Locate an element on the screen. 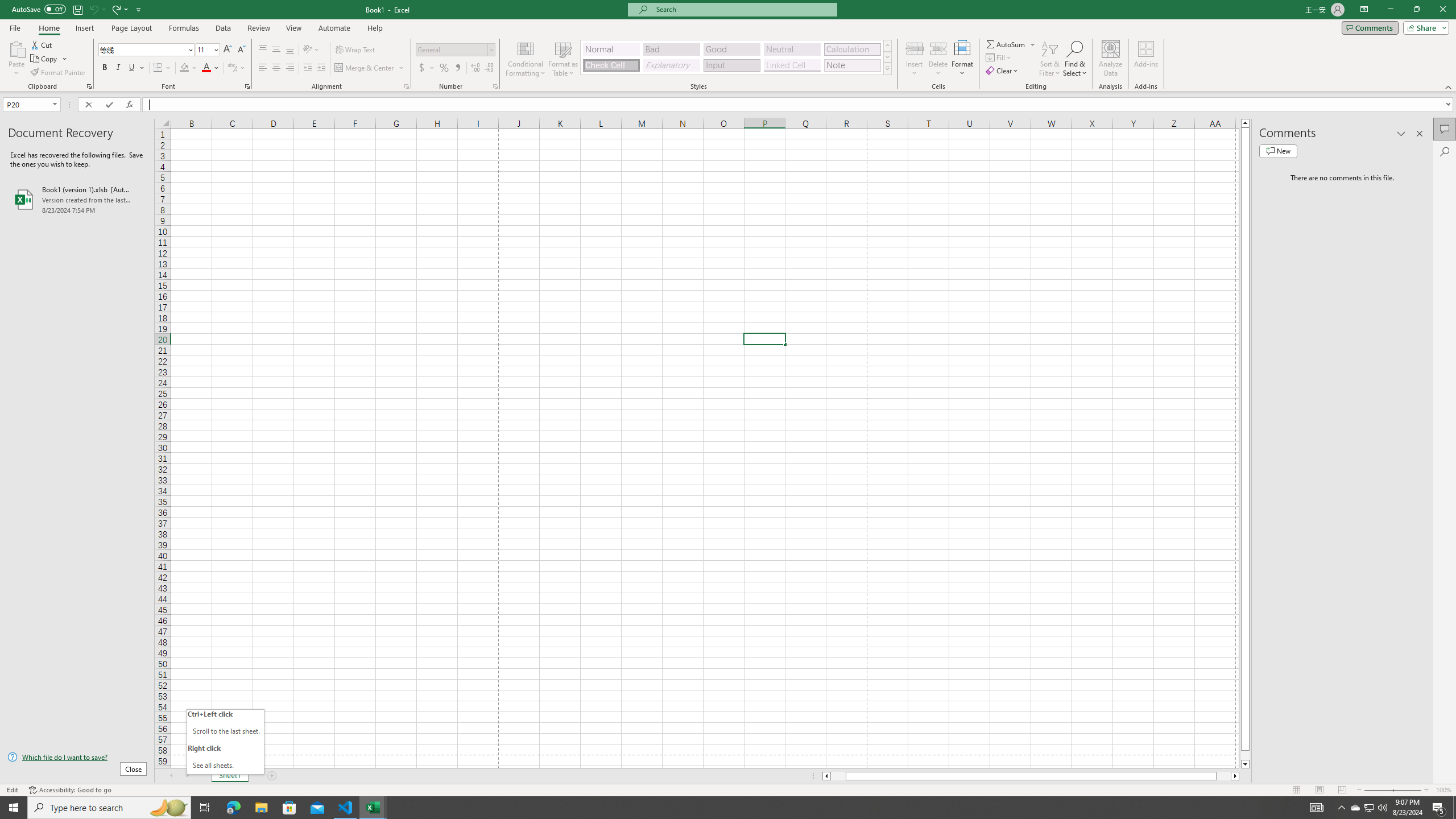  'Bottom Border' is located at coordinates (158, 67).